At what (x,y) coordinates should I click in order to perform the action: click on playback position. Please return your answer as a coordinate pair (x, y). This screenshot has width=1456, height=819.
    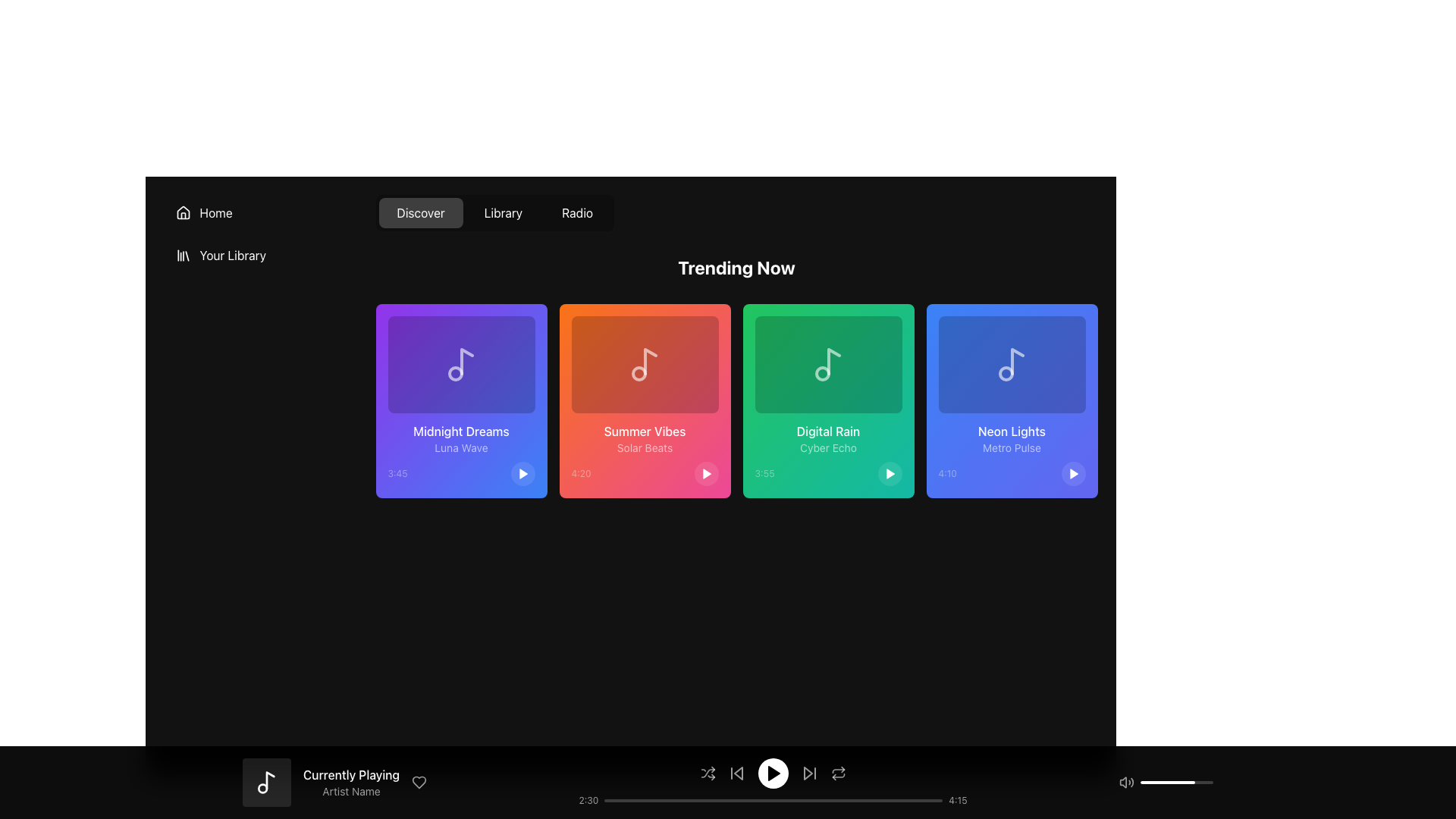
    Looking at the image, I should click on (868, 800).